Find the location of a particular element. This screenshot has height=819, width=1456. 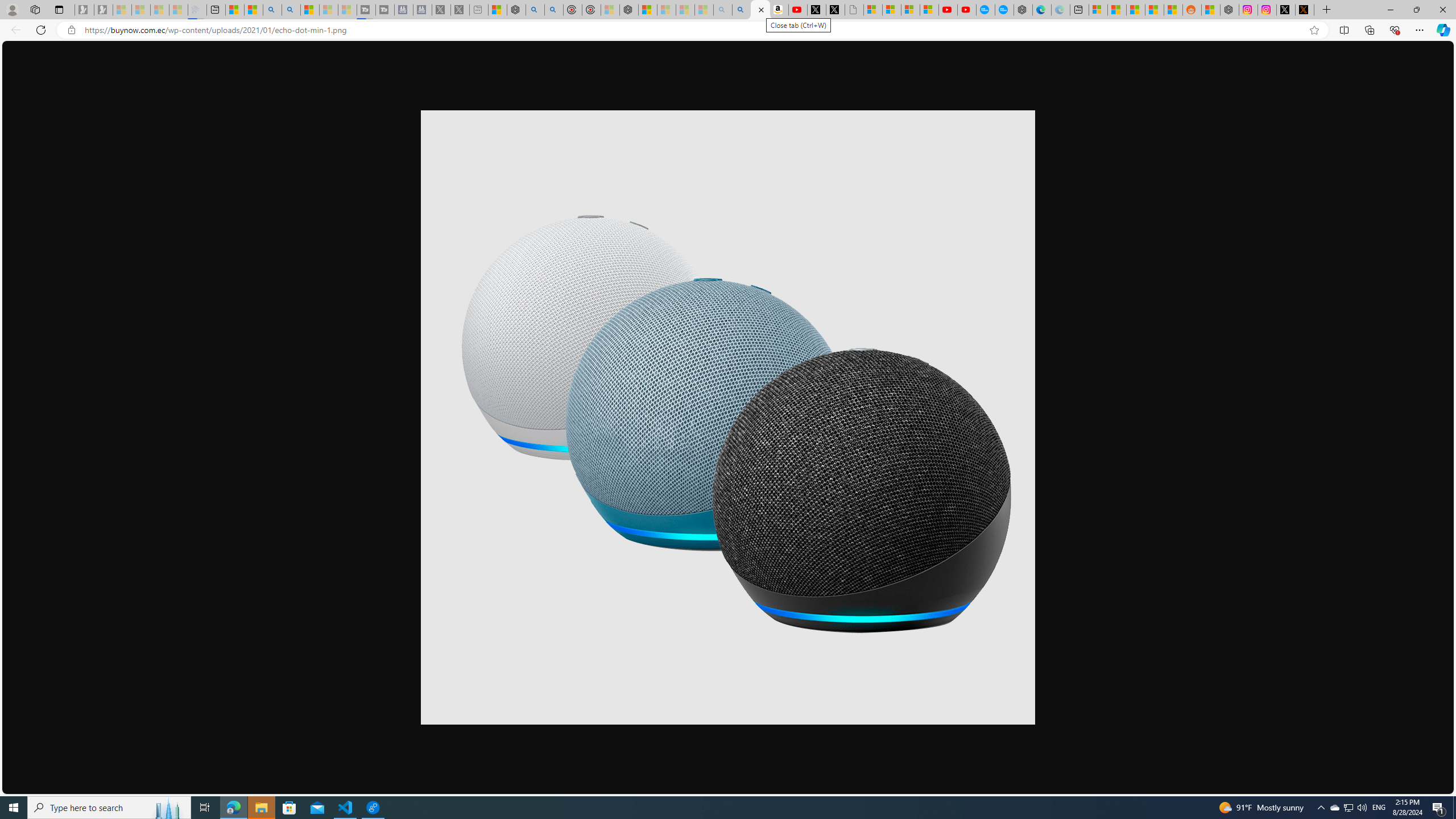

'poe ++ standard - Search' is located at coordinates (554, 9).